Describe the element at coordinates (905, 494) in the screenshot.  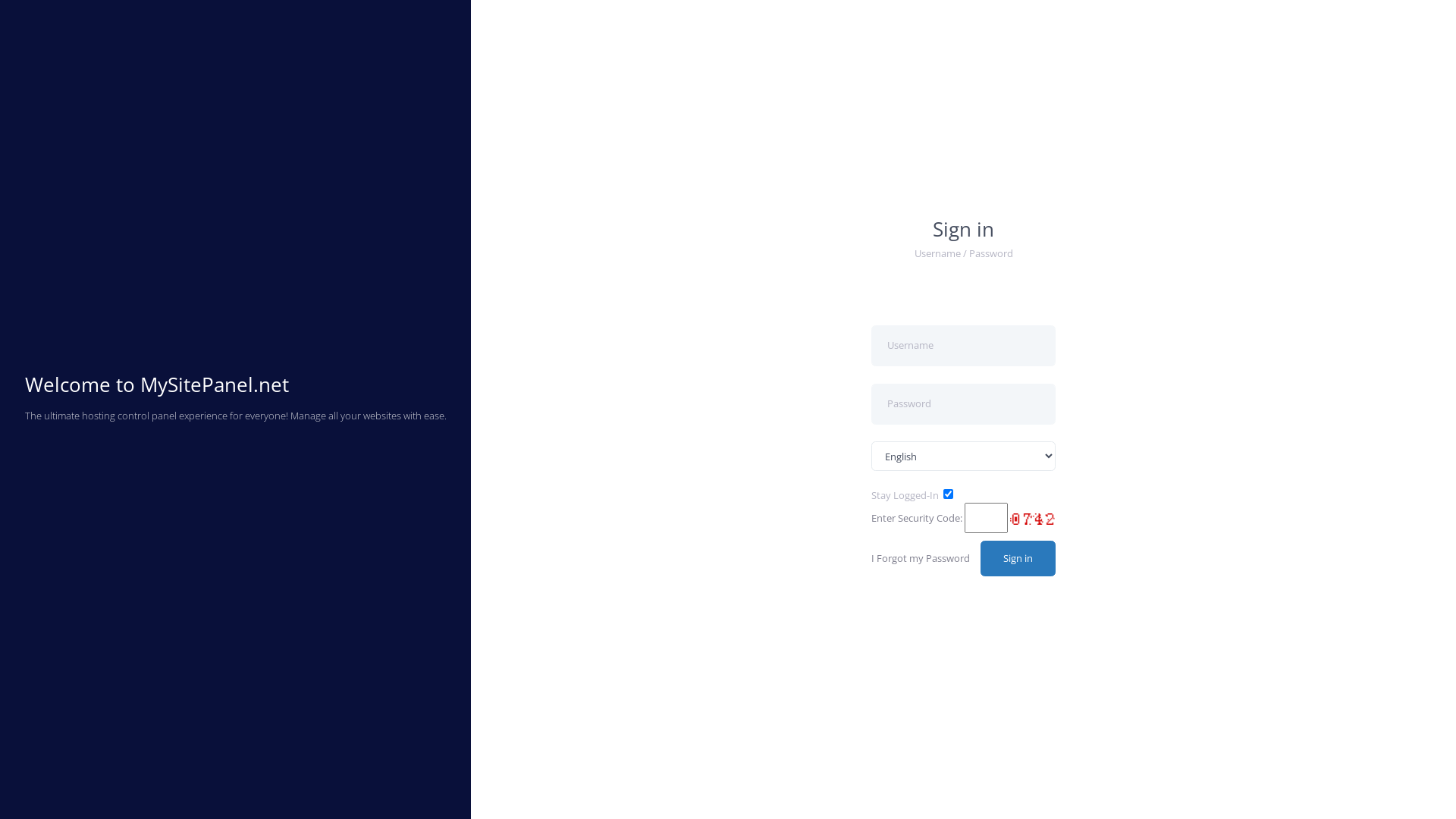
I see `'Stay Logged-In'` at that location.